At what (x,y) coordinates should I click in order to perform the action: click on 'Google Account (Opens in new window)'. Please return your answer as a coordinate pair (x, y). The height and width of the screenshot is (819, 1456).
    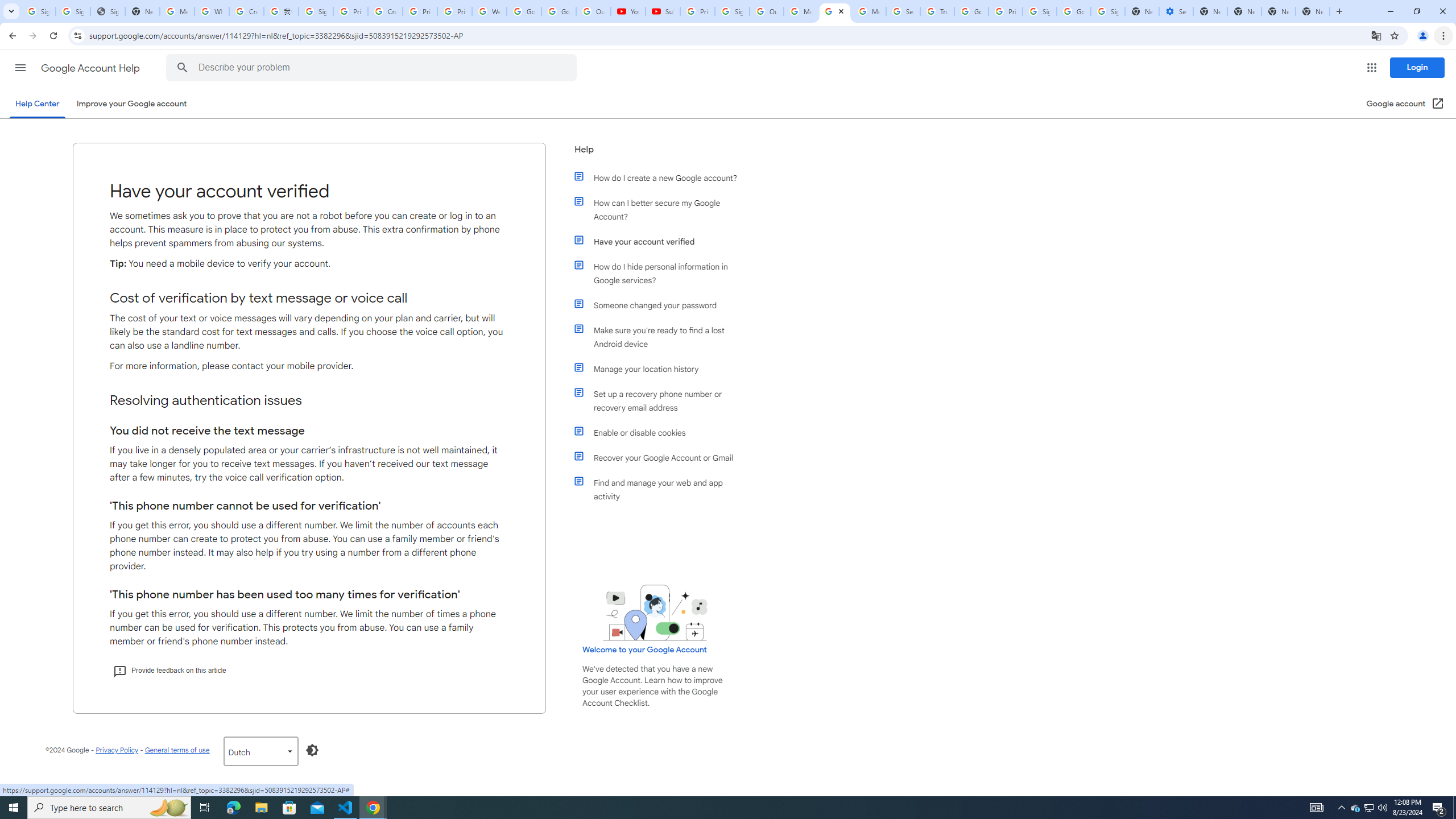
    Looking at the image, I should click on (1405, 103).